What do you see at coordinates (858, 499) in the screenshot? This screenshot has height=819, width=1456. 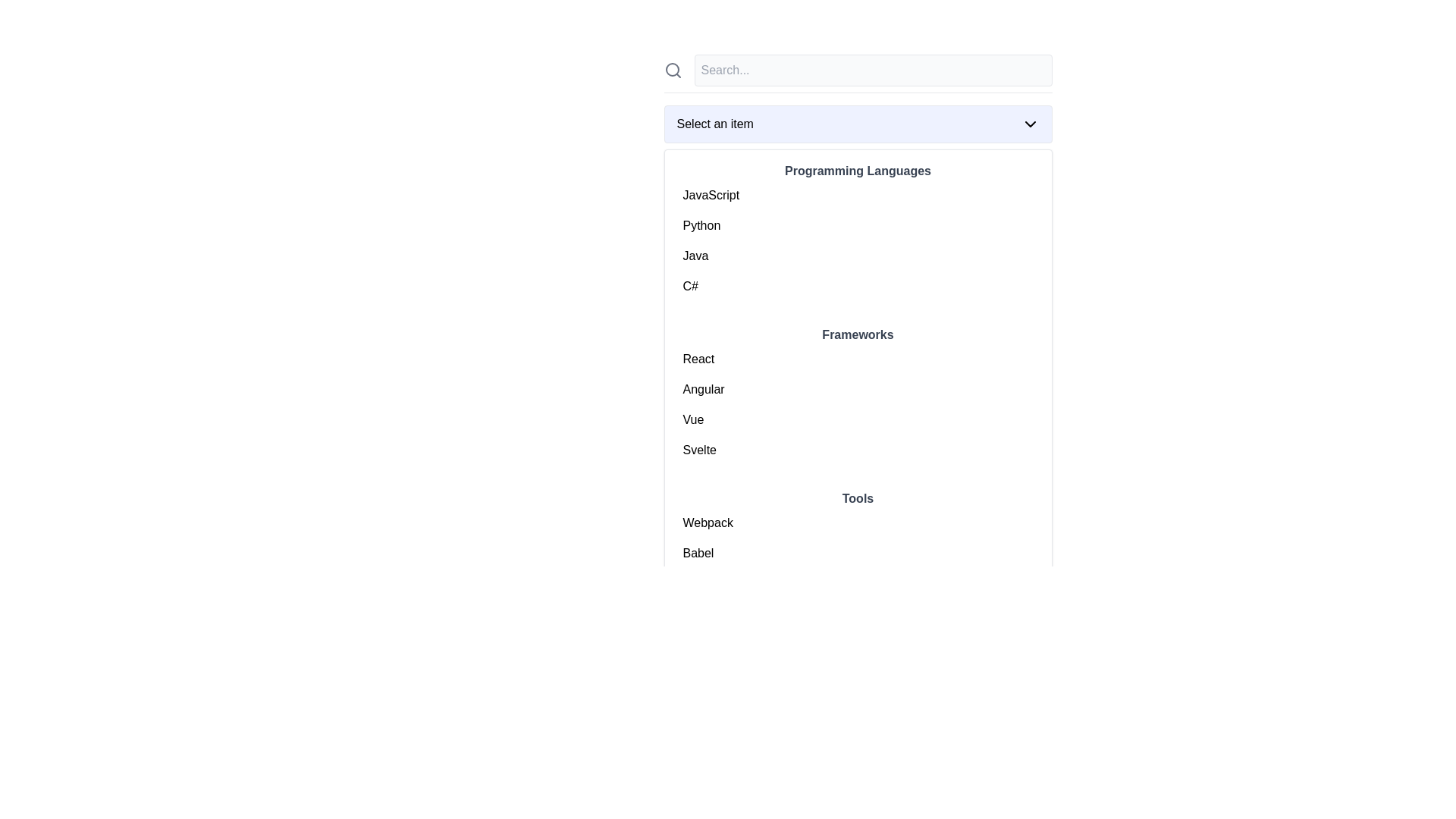 I see `the static text element displaying 'Tools', which is a bold gray header located above the 'Webpack' entry in a vertical list` at bounding box center [858, 499].